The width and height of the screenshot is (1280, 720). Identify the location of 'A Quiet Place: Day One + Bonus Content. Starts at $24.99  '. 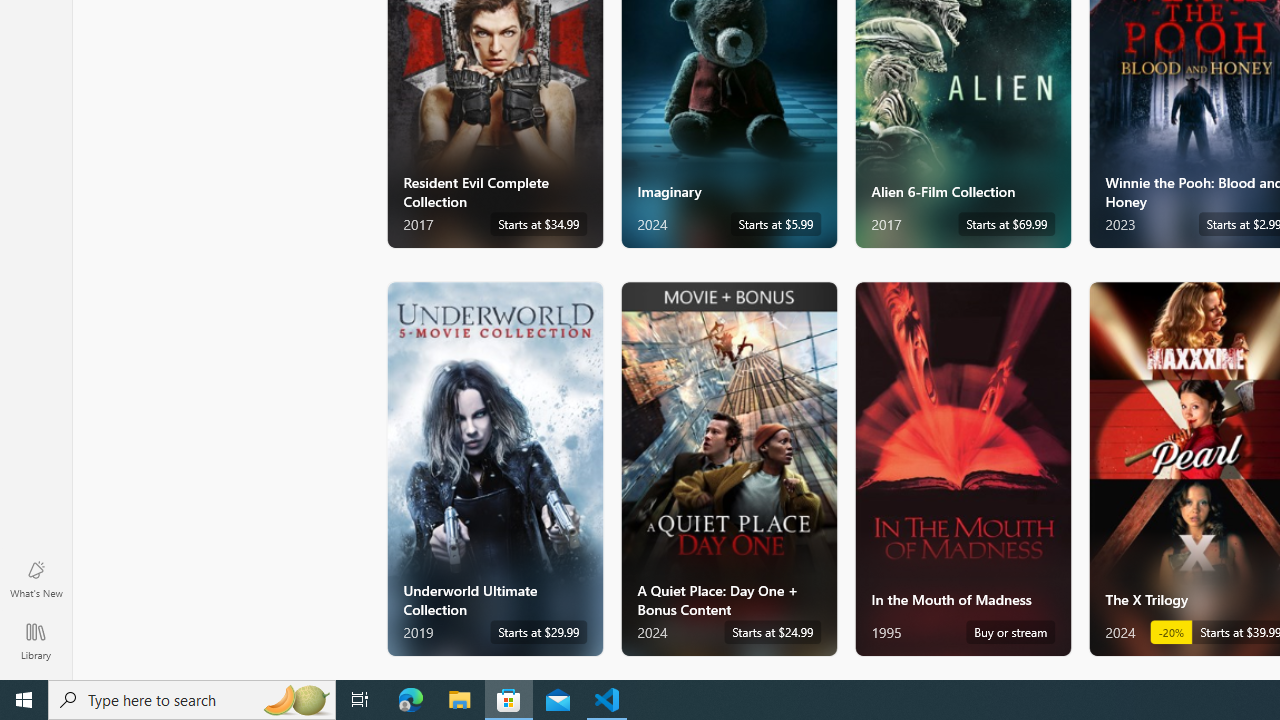
(727, 468).